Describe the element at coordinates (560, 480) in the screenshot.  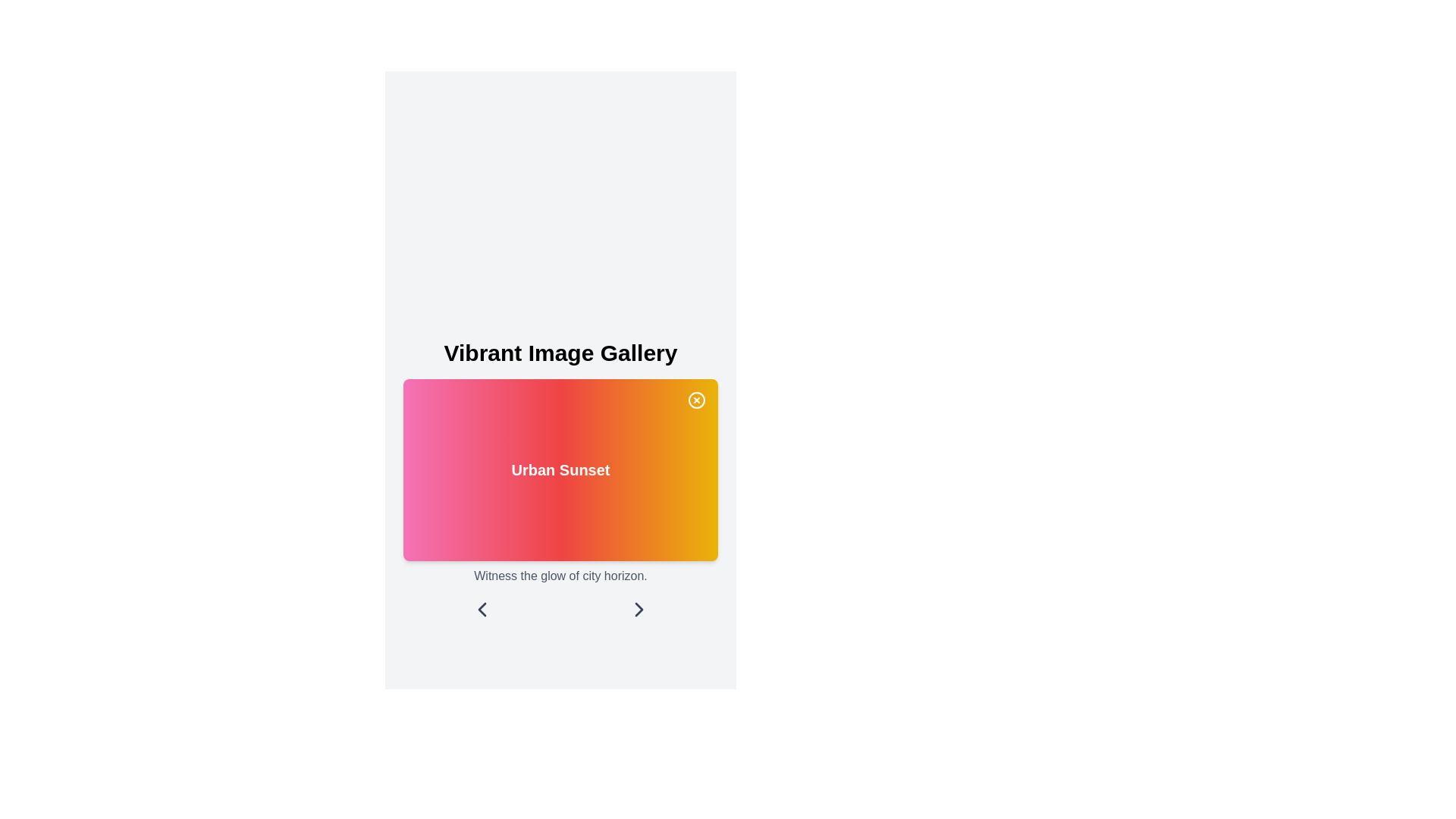
I see `the static text element that serves as the main title for the image card in the gallery section, which is centrally positioned within a gradient-colored rectangular card` at that location.